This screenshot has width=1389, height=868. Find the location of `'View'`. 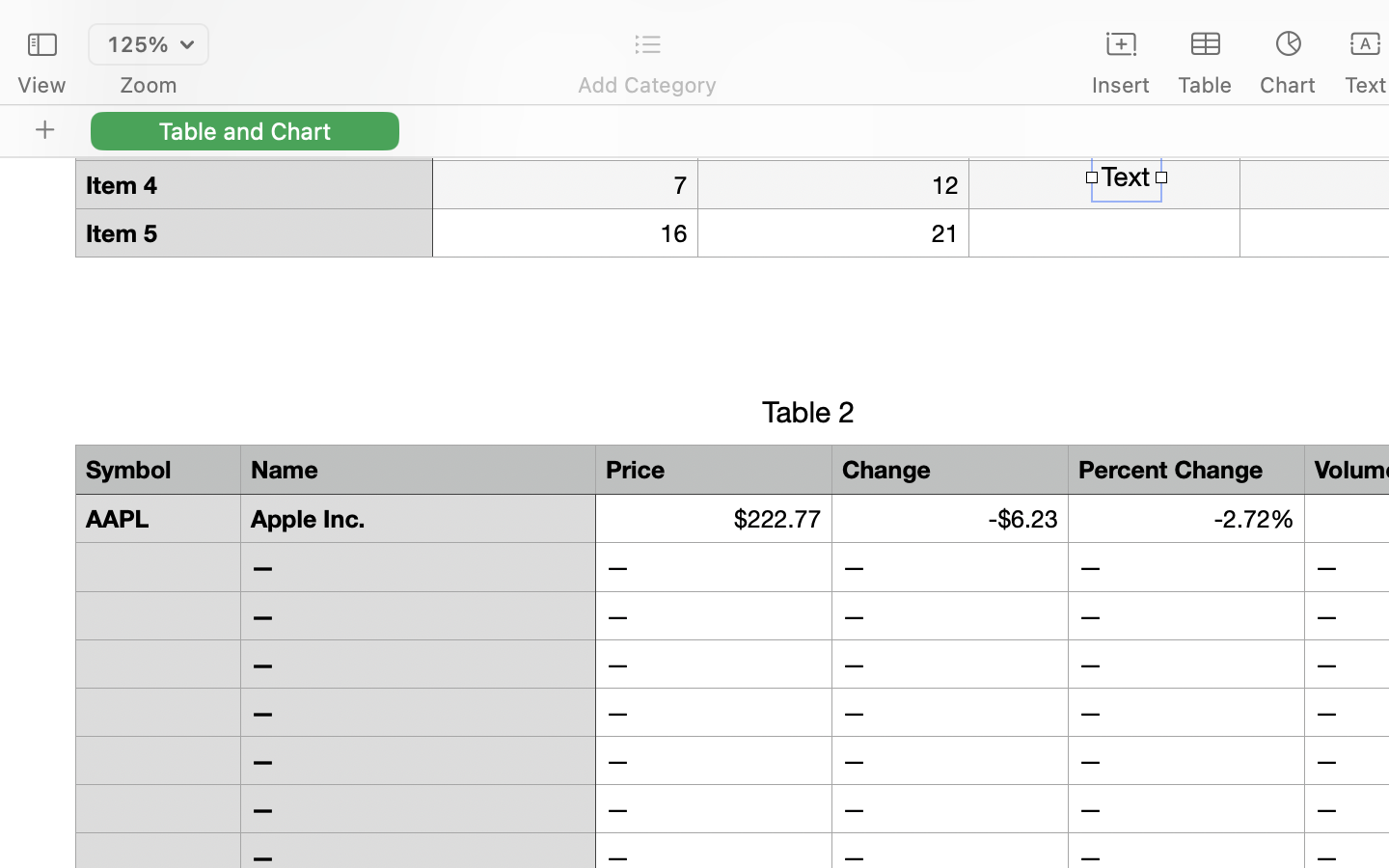

'View' is located at coordinates (41, 84).